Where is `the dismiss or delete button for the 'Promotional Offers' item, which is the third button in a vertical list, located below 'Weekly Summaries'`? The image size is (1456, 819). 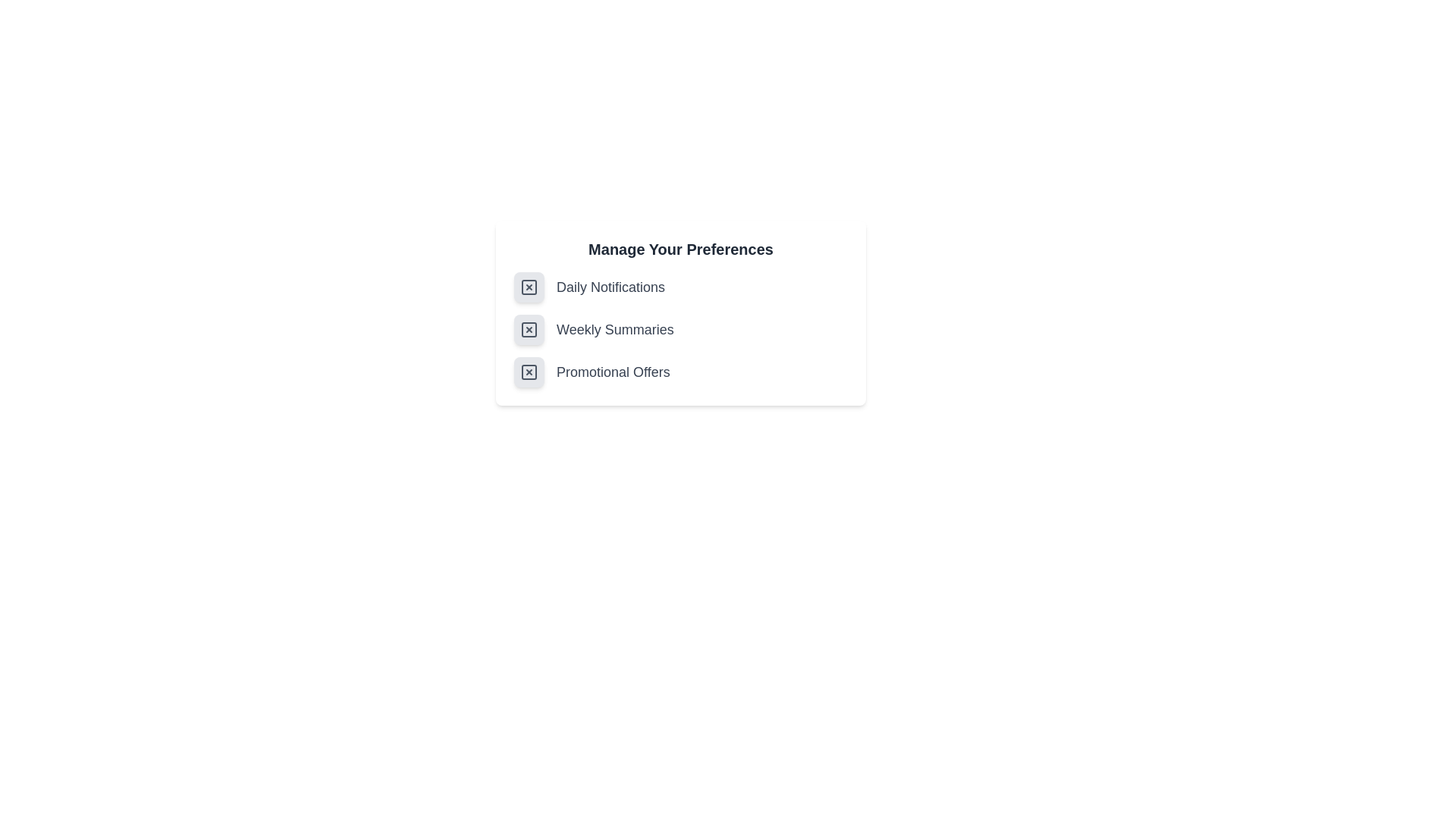
the dismiss or delete button for the 'Promotional Offers' item, which is the third button in a vertical list, located below 'Weekly Summaries' is located at coordinates (529, 372).